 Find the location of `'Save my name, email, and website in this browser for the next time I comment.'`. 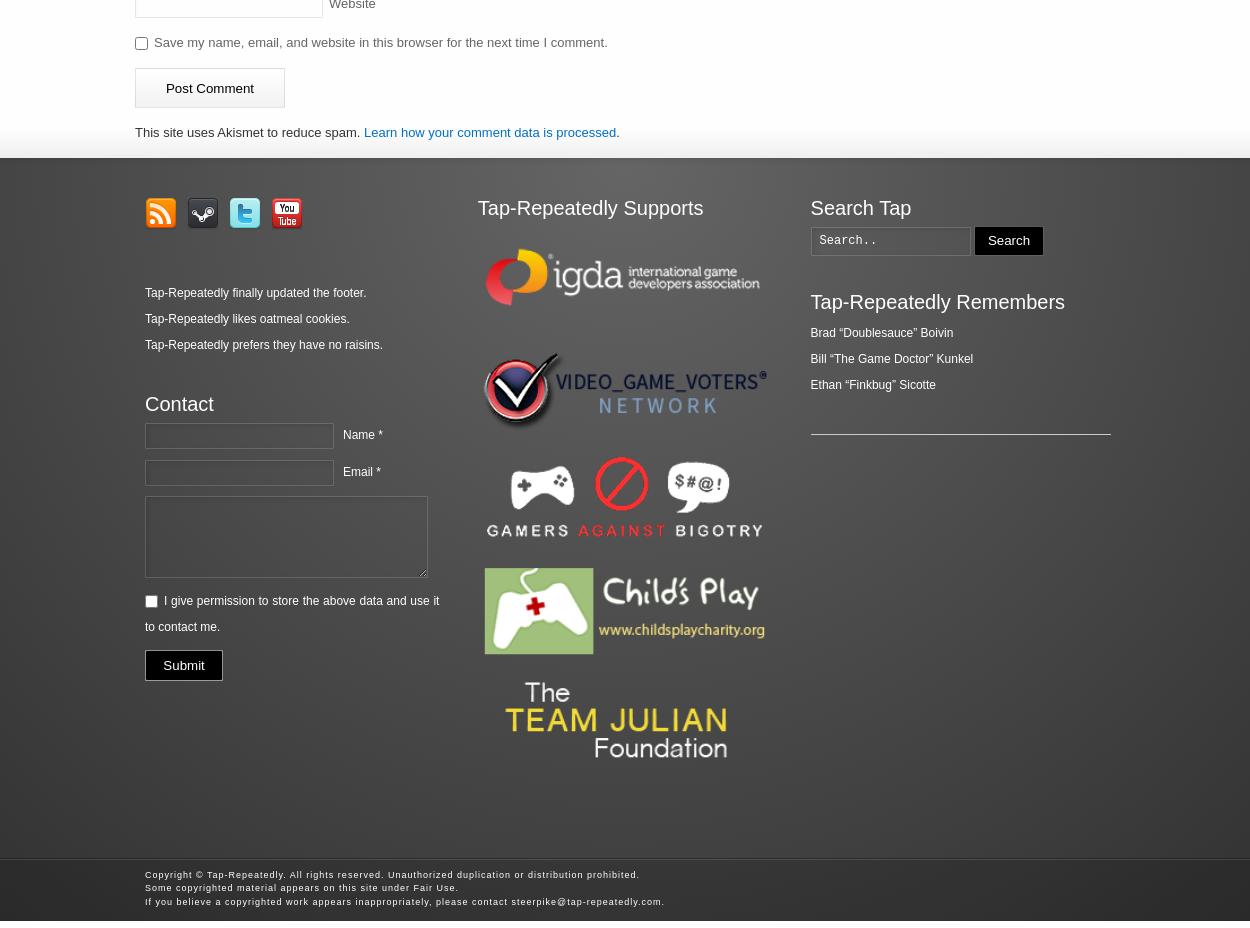

'Save my name, email, and website in this browser for the next time I comment.' is located at coordinates (380, 41).